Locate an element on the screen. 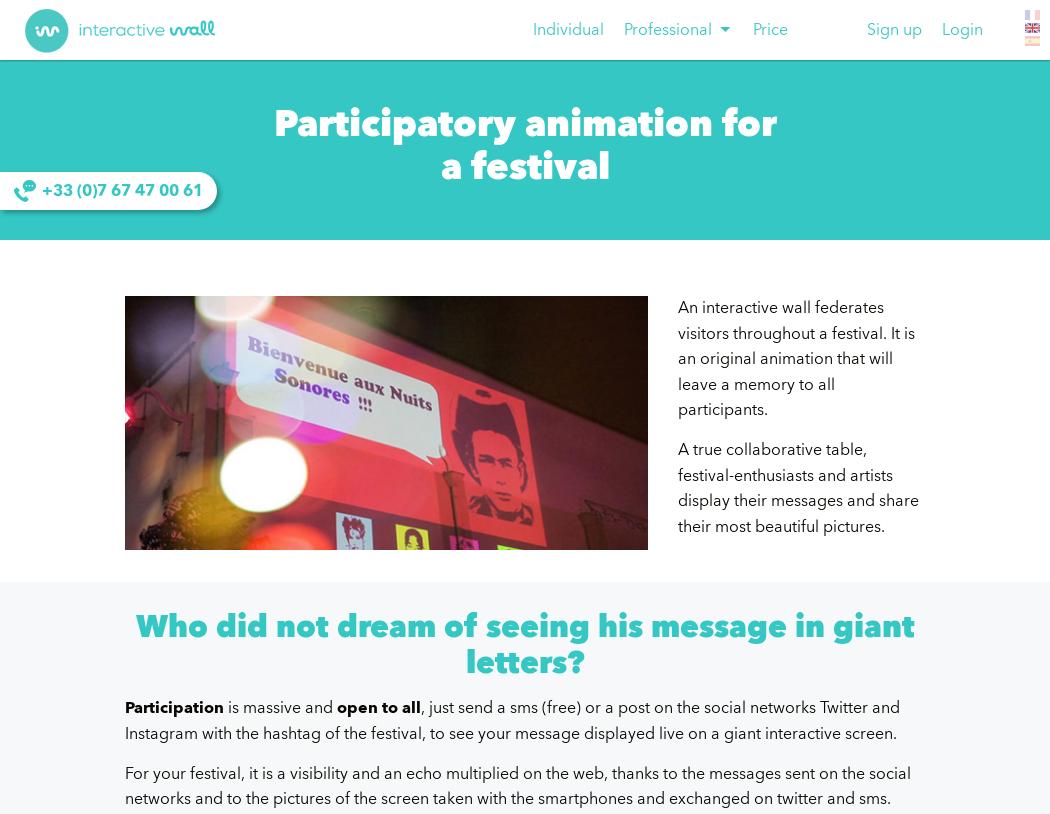 This screenshot has height=814, width=1050. 'A true collaborative table, festival-enthusiasts and artists display their messages and share their most beautiful pictures.' is located at coordinates (797, 486).